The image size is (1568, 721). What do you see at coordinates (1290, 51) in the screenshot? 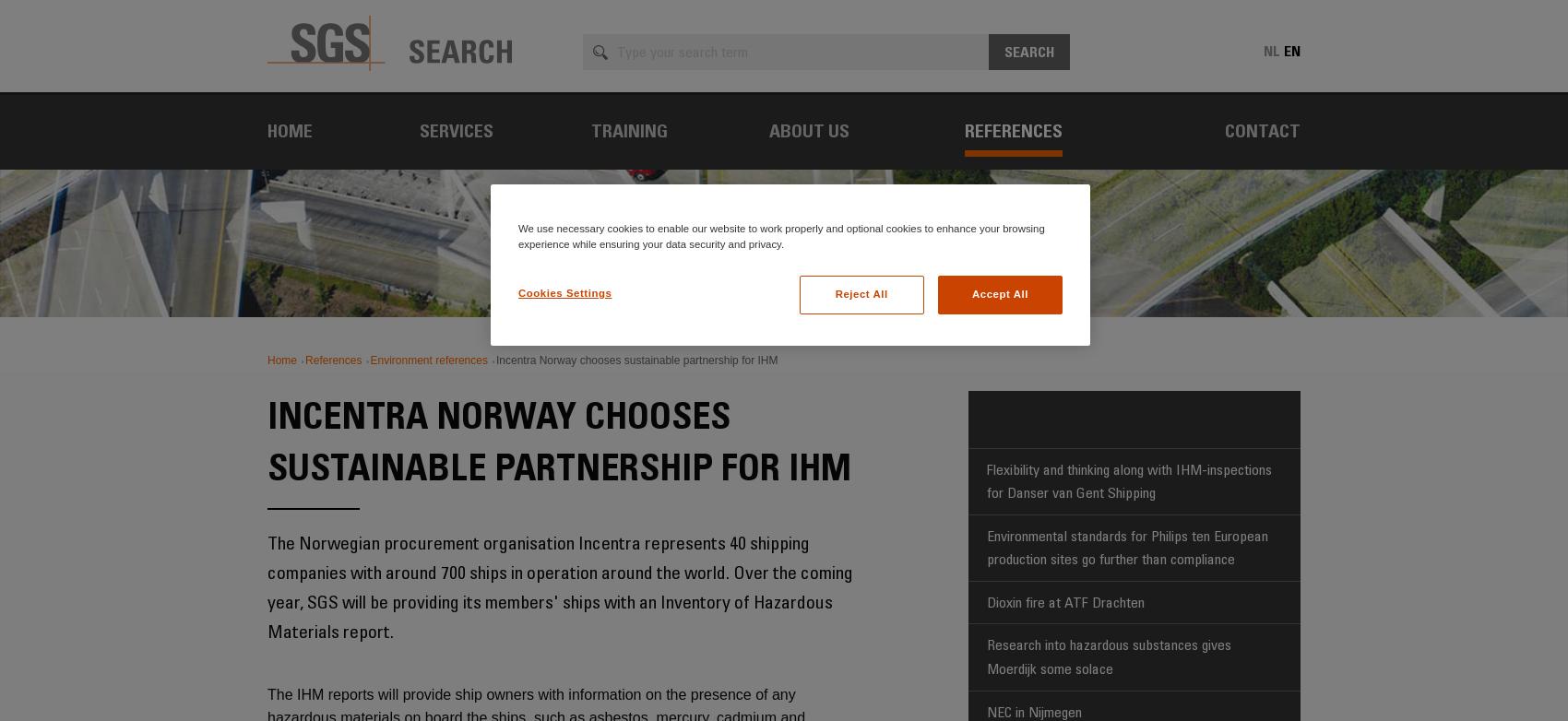
I see `'en'` at bounding box center [1290, 51].